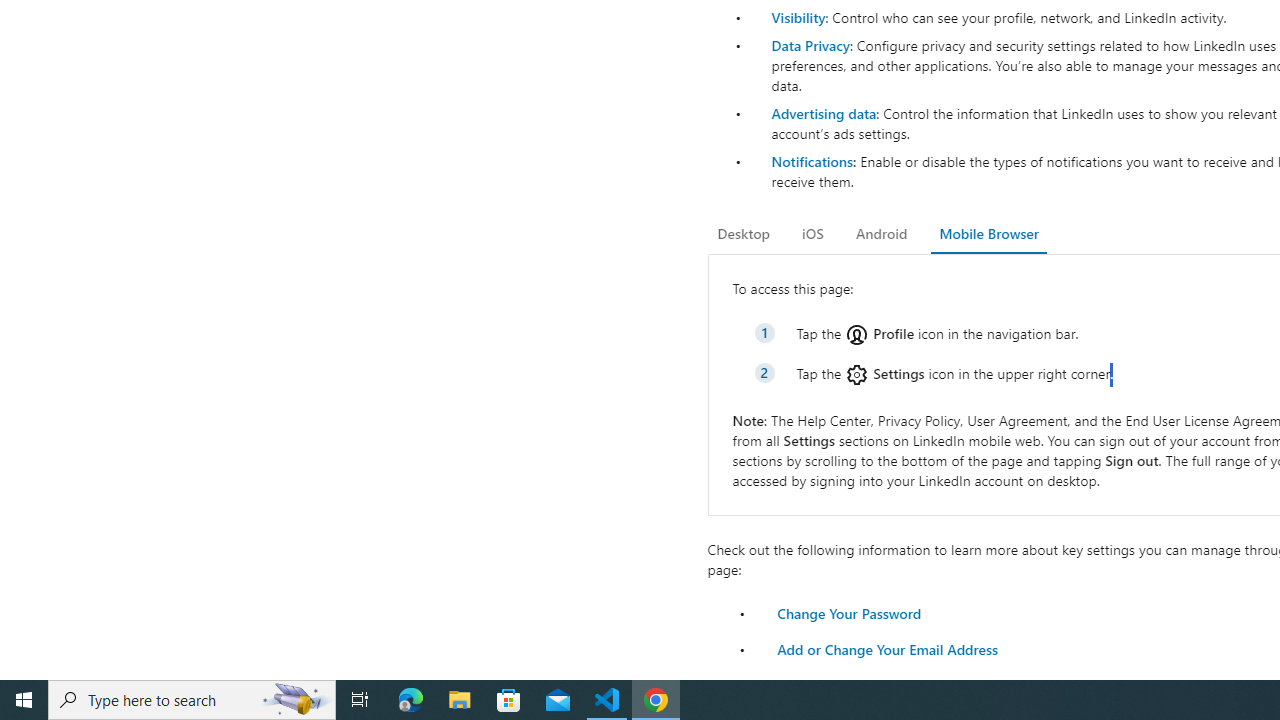  I want to click on 'Change Your Password', so click(849, 612).